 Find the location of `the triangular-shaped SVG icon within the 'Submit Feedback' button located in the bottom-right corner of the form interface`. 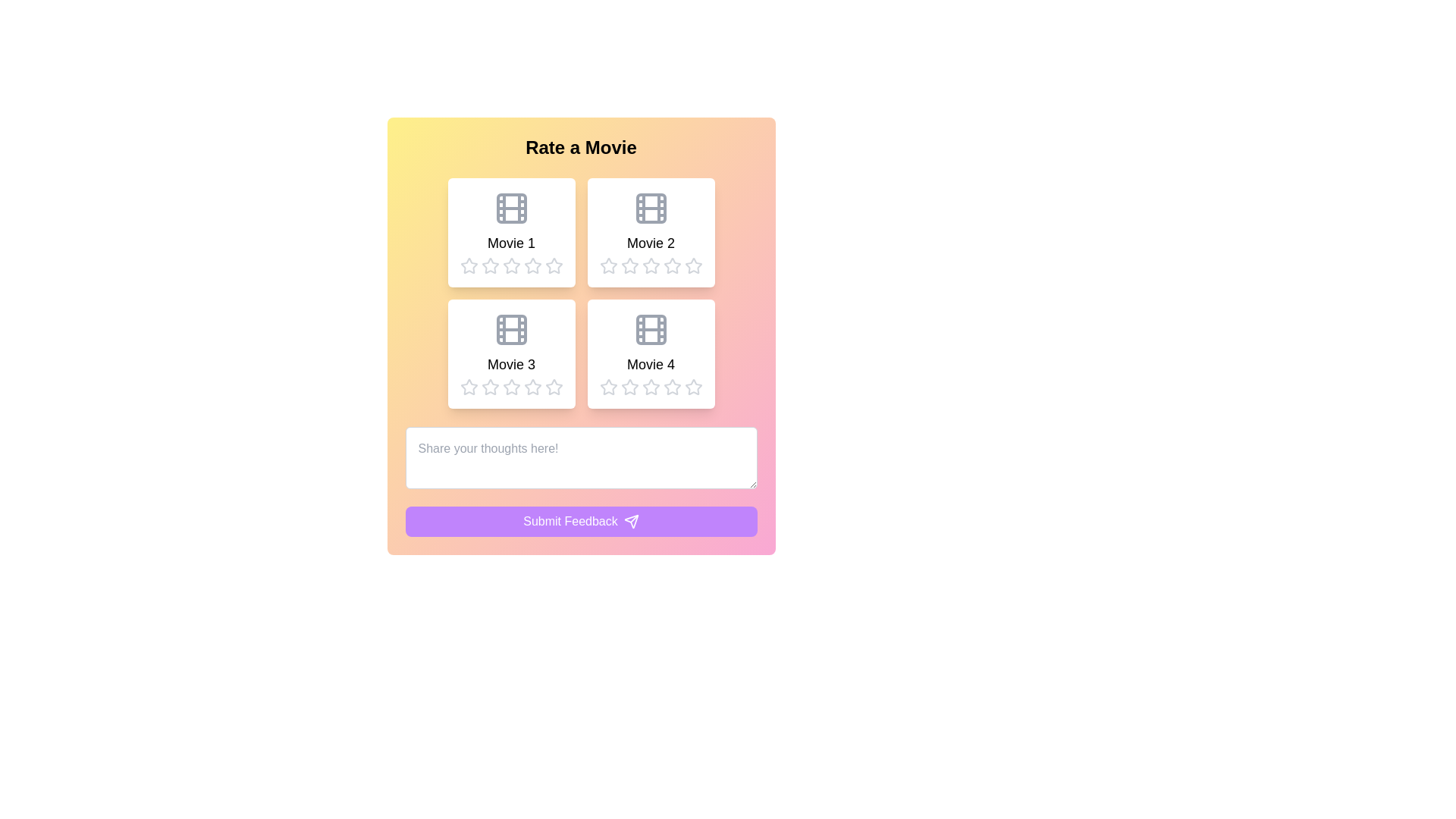

the triangular-shaped SVG icon within the 'Submit Feedback' button located in the bottom-right corner of the form interface is located at coordinates (631, 520).